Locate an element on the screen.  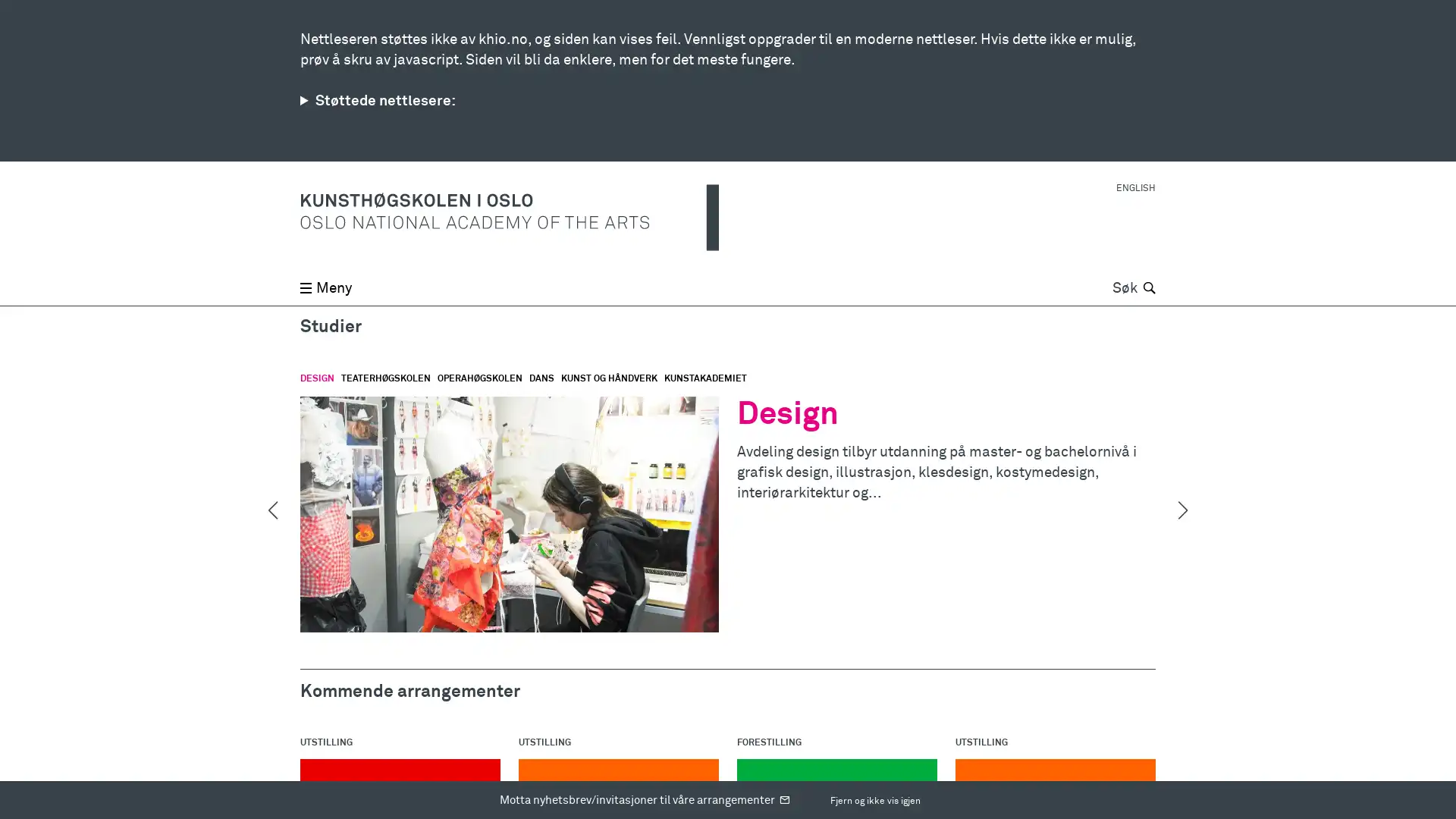
KUNST OG HANDVERK is located at coordinates (609, 379).